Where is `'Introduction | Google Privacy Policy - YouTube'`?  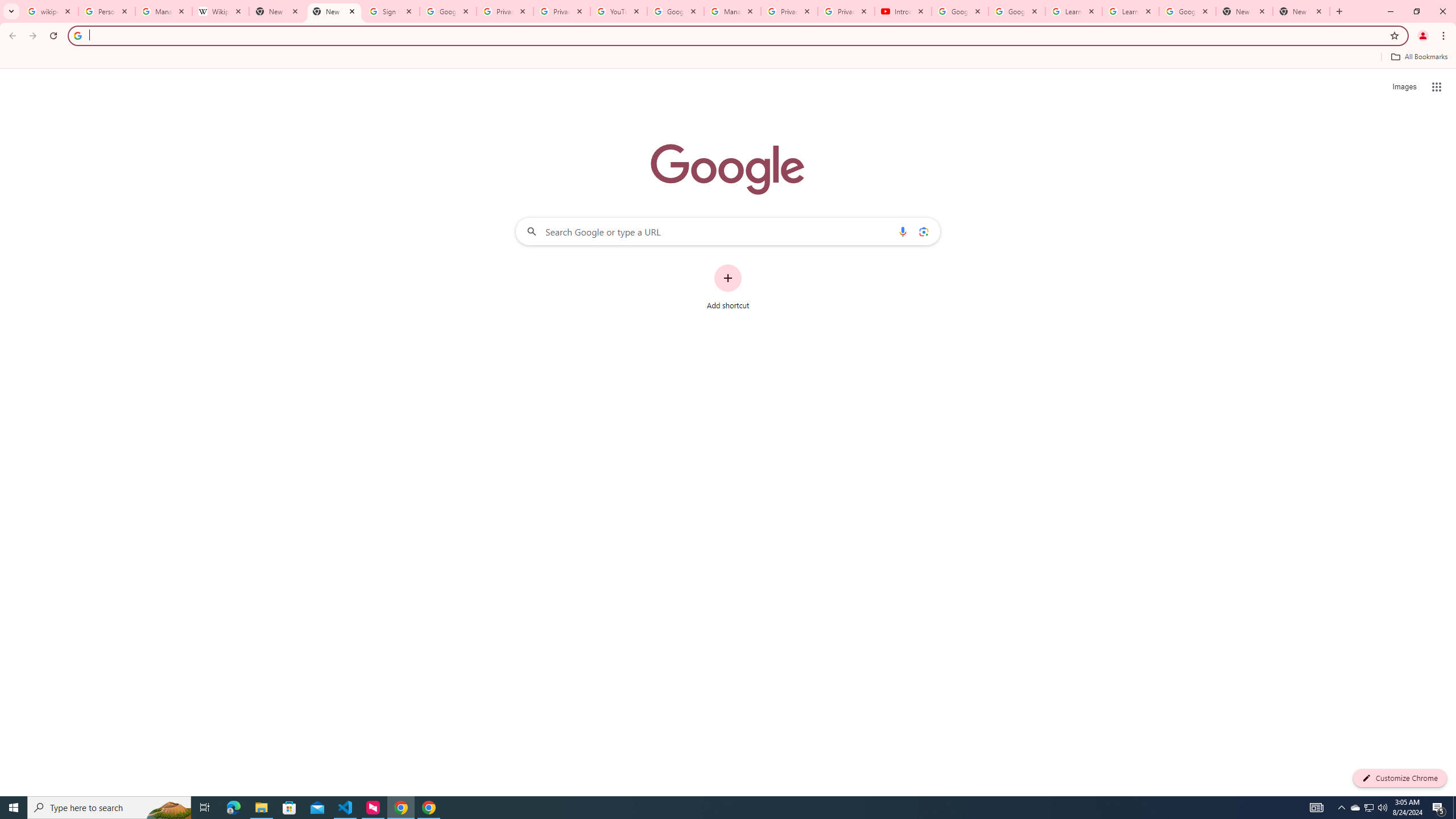 'Introduction | Google Privacy Policy - YouTube' is located at coordinates (902, 11).